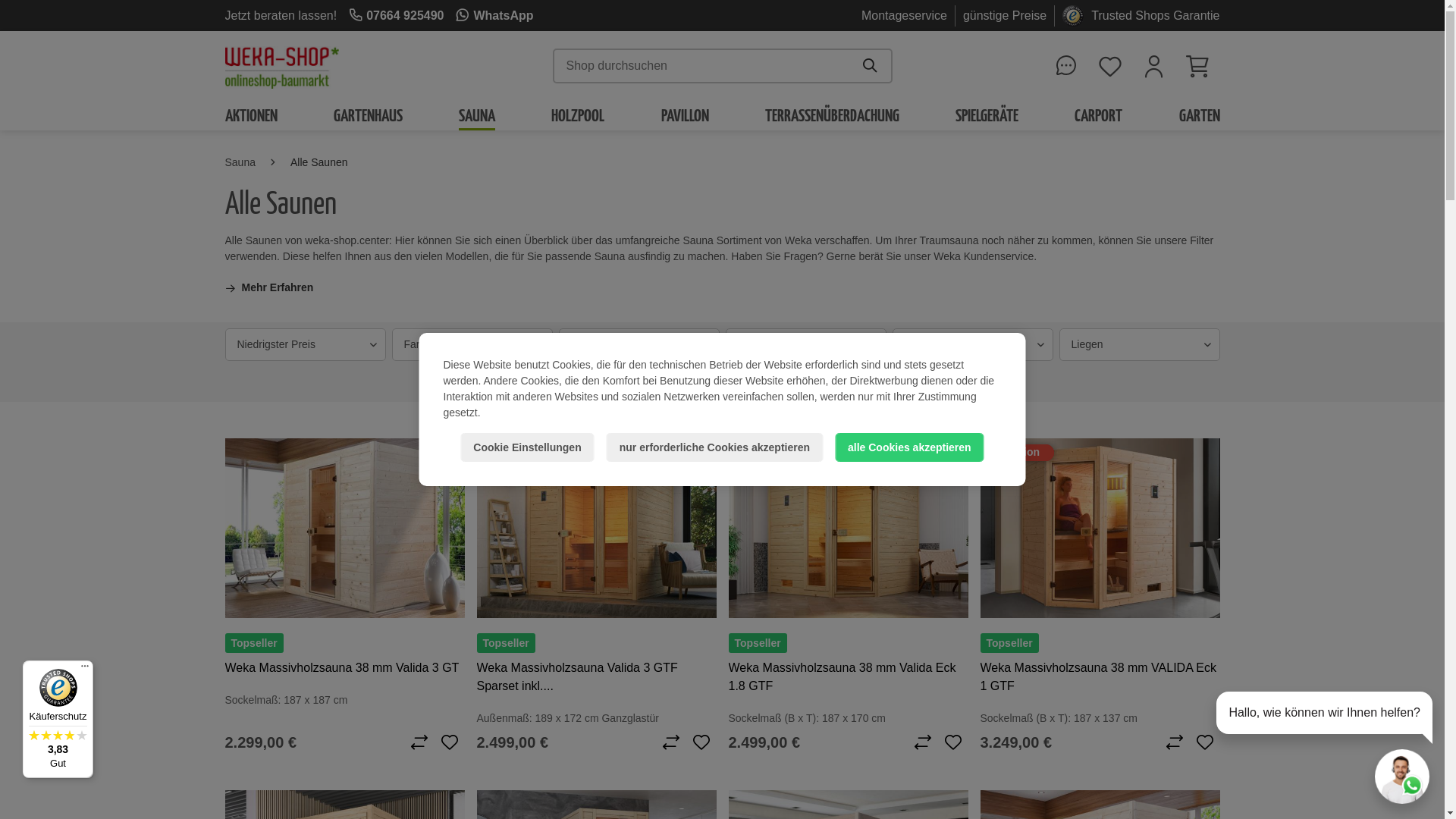 The image size is (1456, 819). I want to click on 'GARTEN', so click(1178, 113).